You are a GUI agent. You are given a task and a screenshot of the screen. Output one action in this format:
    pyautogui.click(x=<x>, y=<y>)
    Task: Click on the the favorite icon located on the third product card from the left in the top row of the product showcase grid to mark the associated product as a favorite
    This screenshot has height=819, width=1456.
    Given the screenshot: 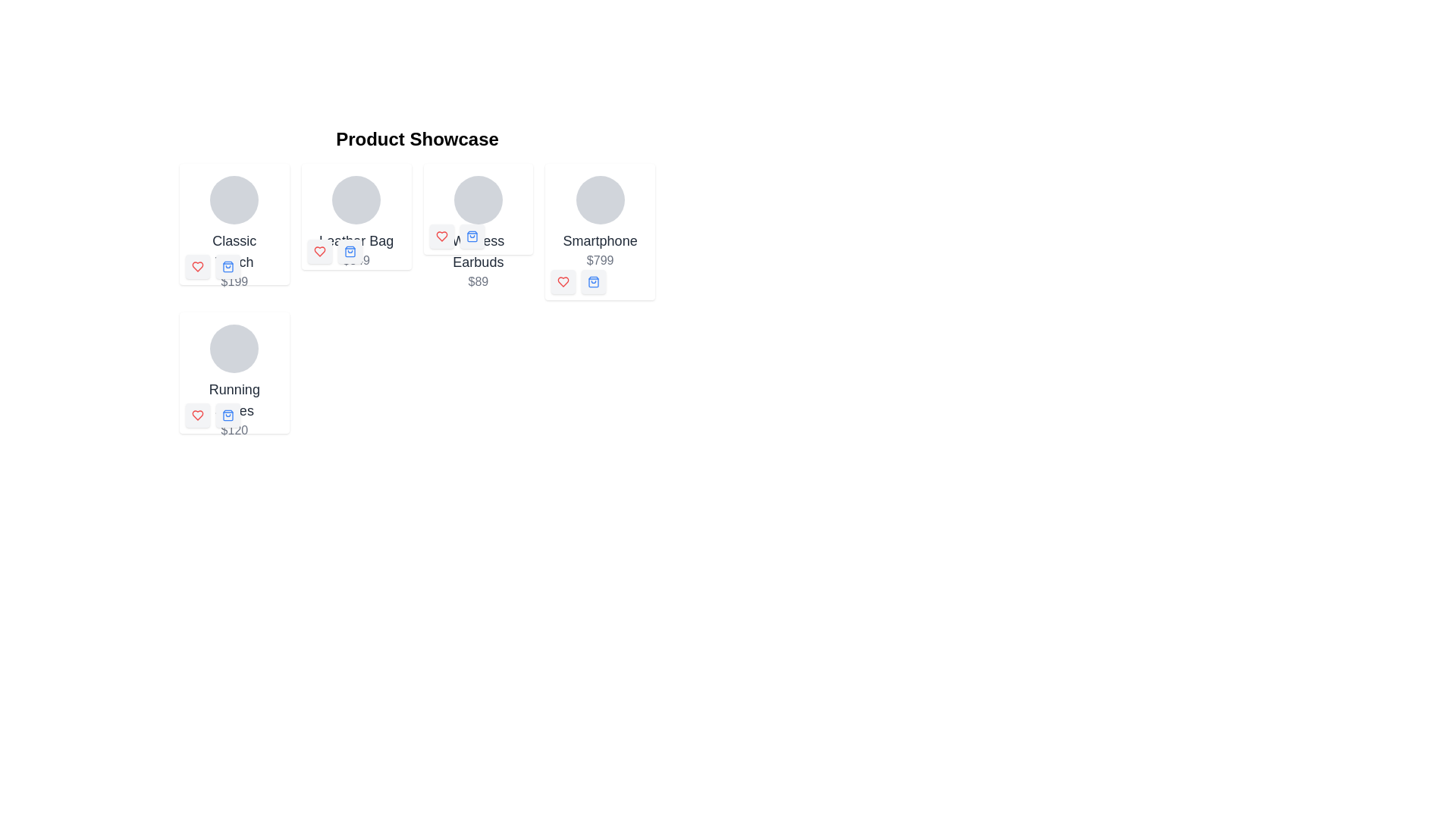 What is the action you would take?
    pyautogui.click(x=441, y=237)
    